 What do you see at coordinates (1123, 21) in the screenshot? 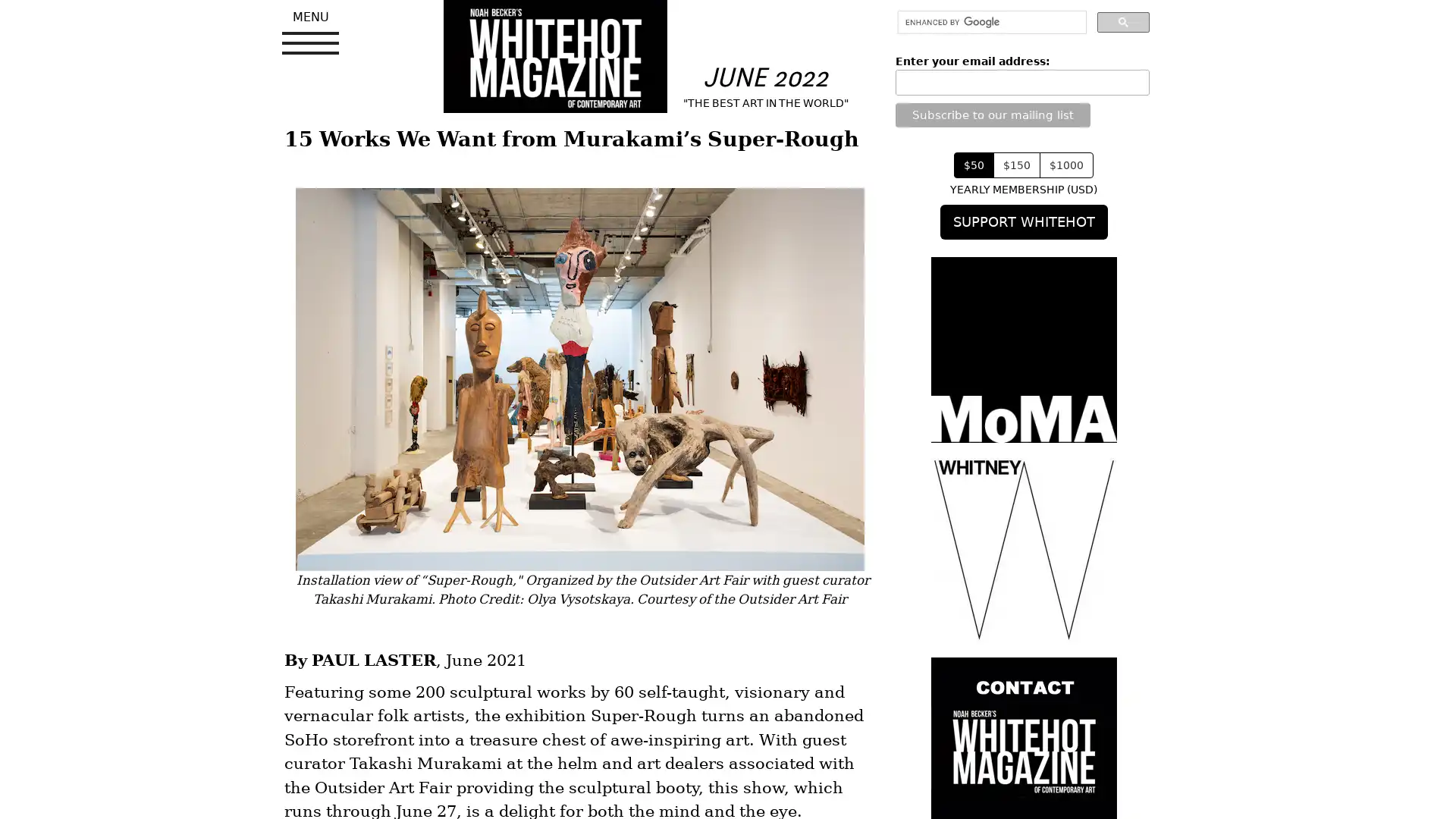
I see `search` at bounding box center [1123, 21].